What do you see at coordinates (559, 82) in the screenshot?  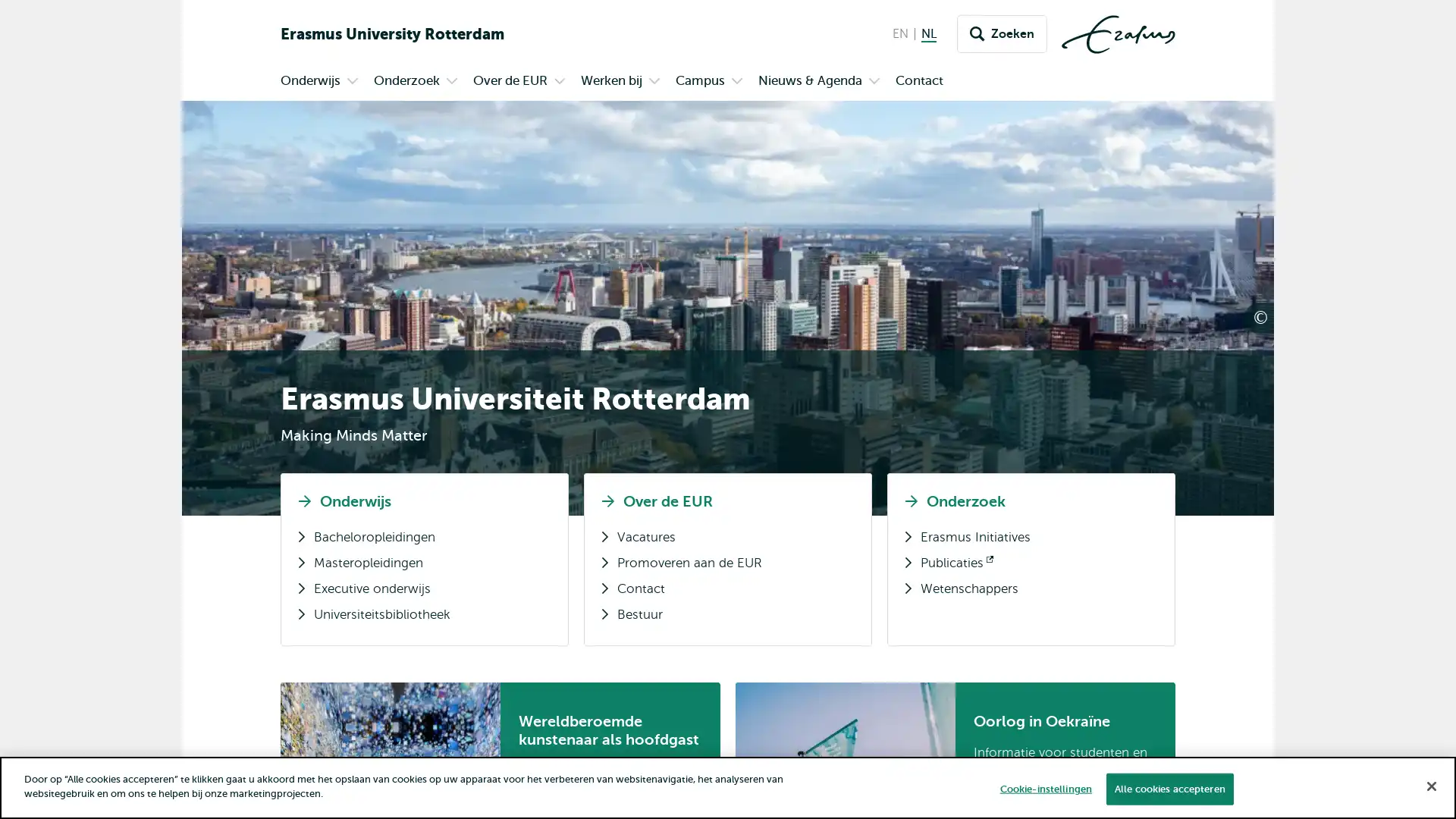 I see `Open submenu` at bounding box center [559, 82].